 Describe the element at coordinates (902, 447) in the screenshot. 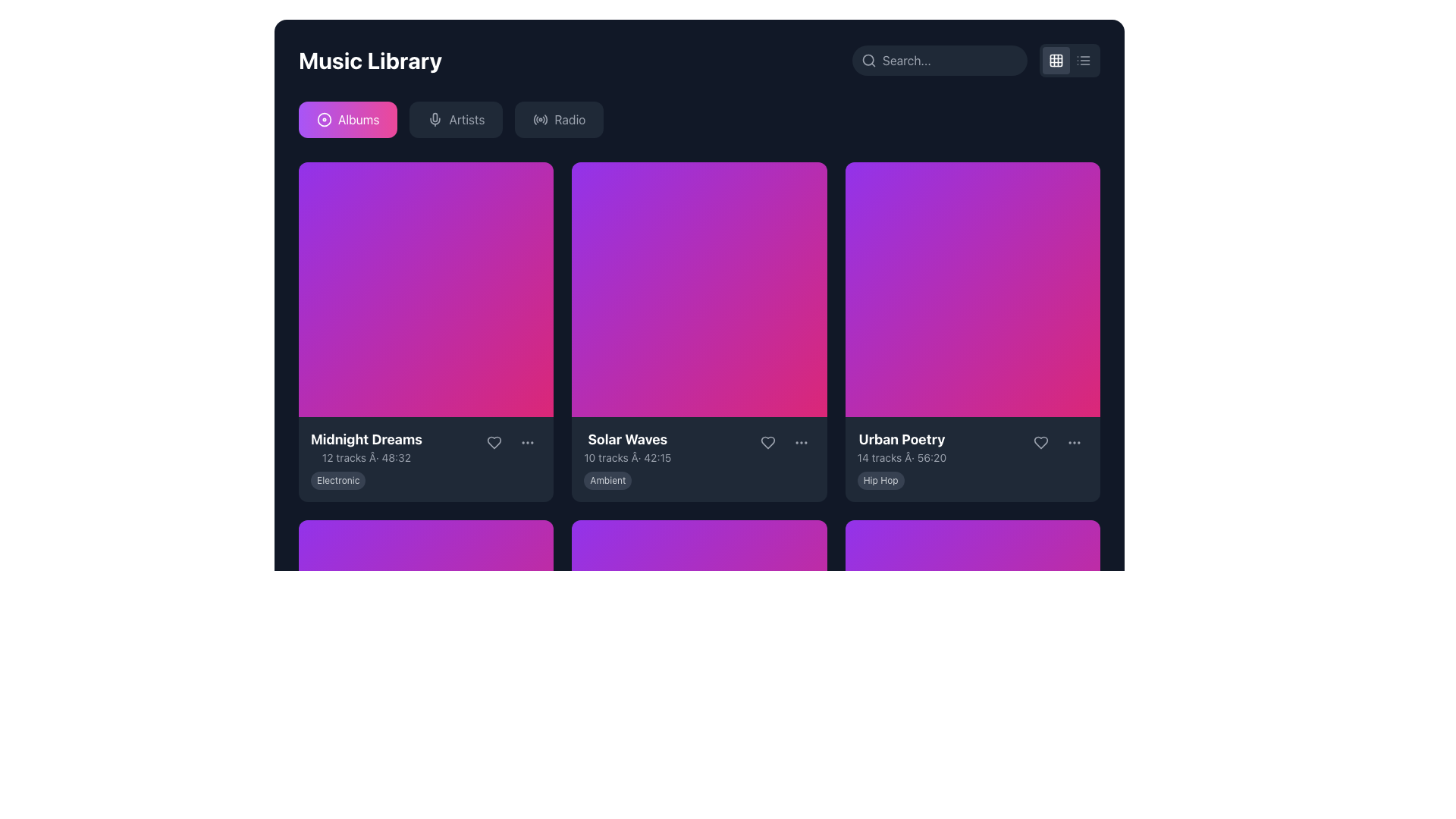

I see `text displayed as 'Urban Poetry' with the subtitle '14 tracks • 56:20' located on the third album or playlist card in the top row` at that location.